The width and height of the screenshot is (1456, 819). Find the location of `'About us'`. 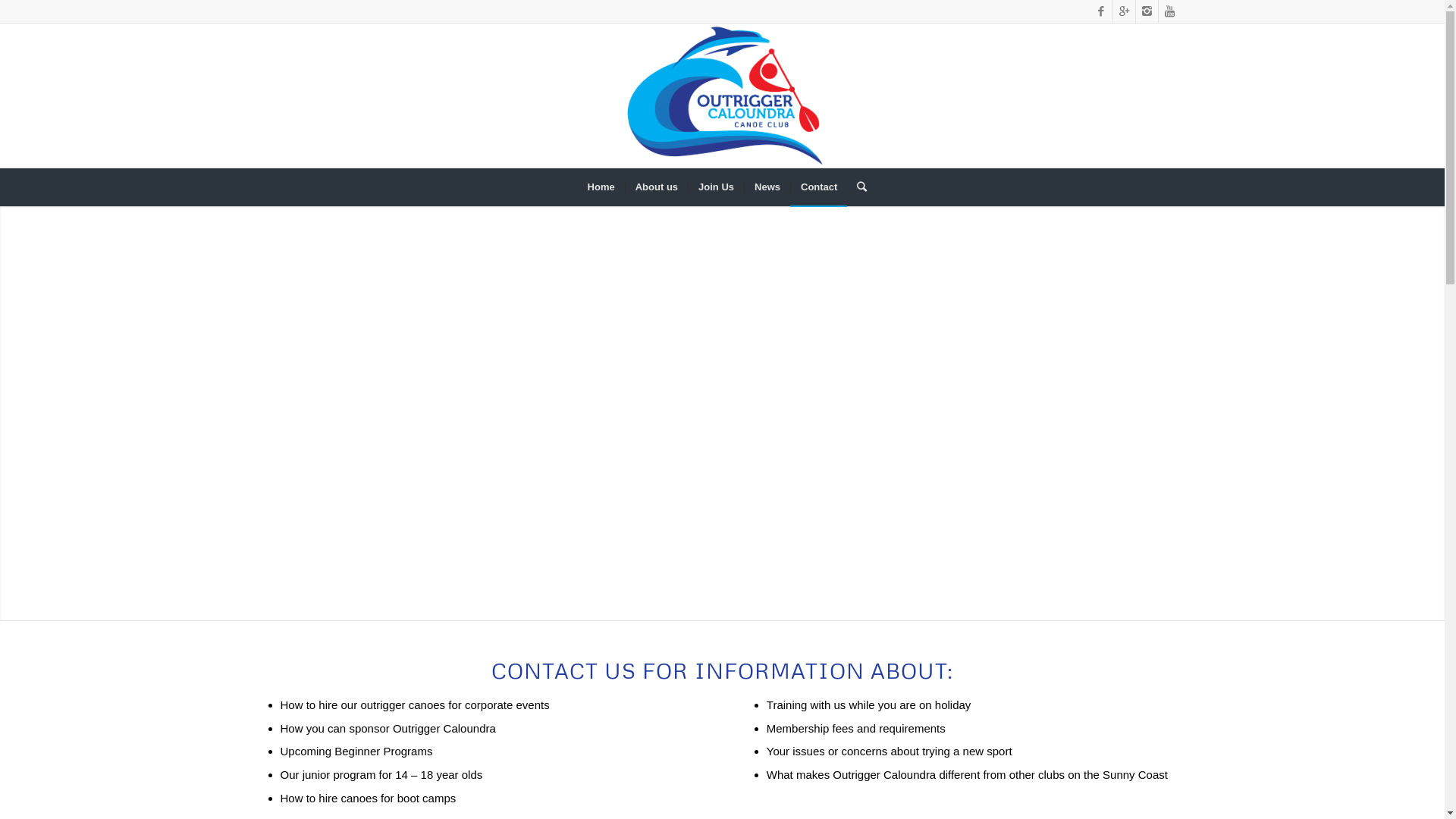

'About us' is located at coordinates (656, 186).